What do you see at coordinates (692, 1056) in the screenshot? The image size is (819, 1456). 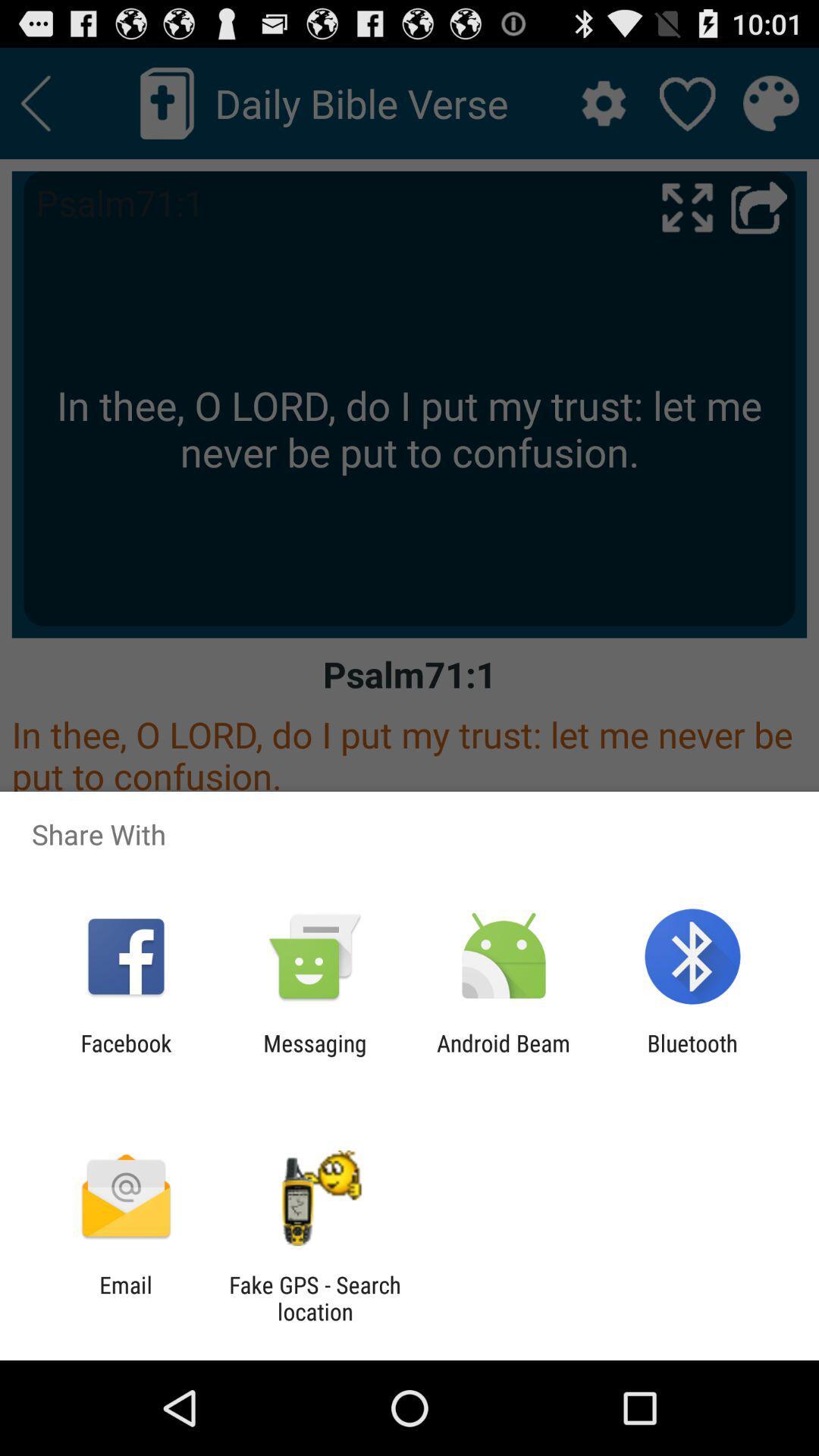 I see `the icon at the bottom right corner` at bounding box center [692, 1056].